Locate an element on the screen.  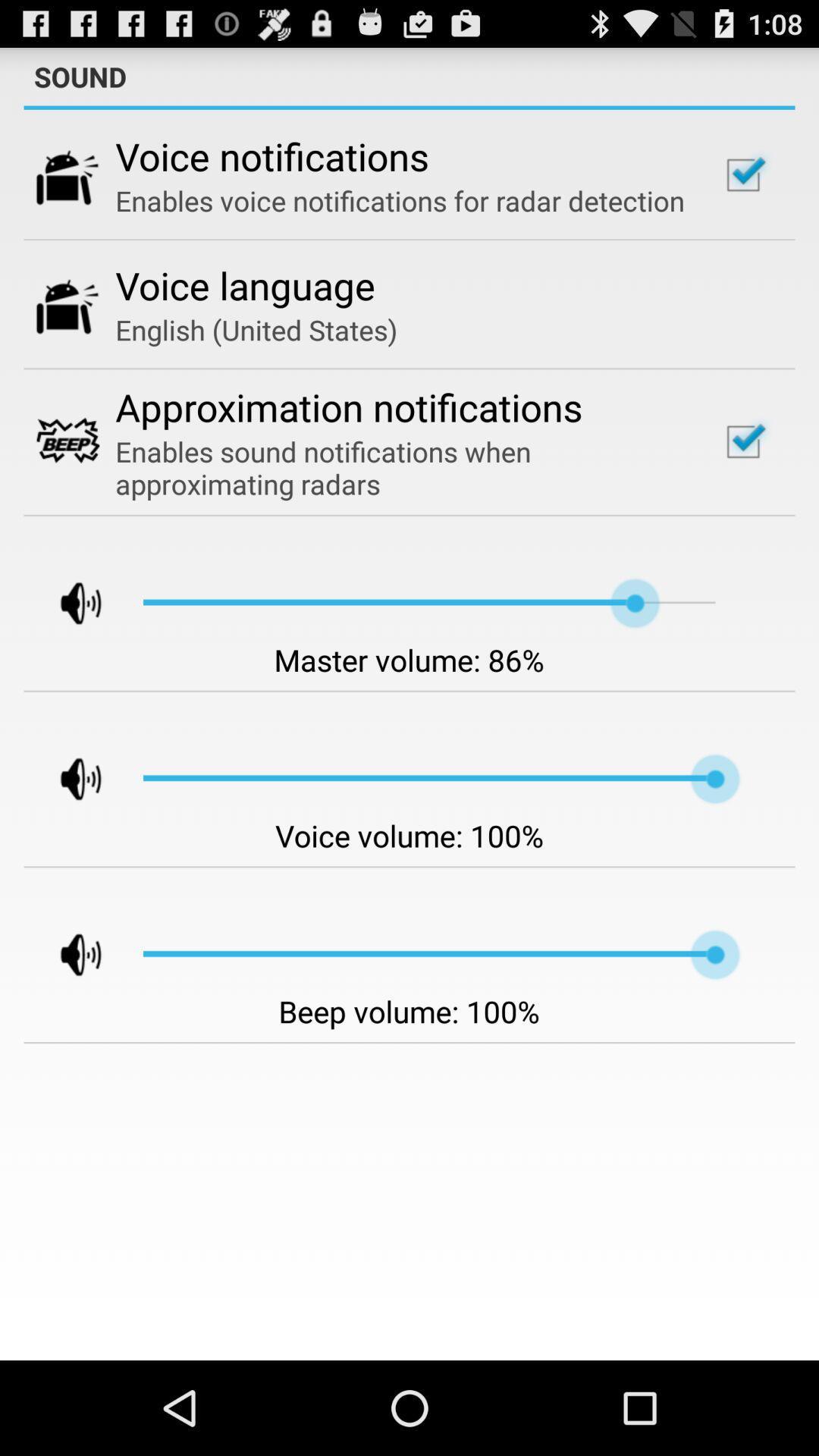
the english (united states) is located at coordinates (256, 329).